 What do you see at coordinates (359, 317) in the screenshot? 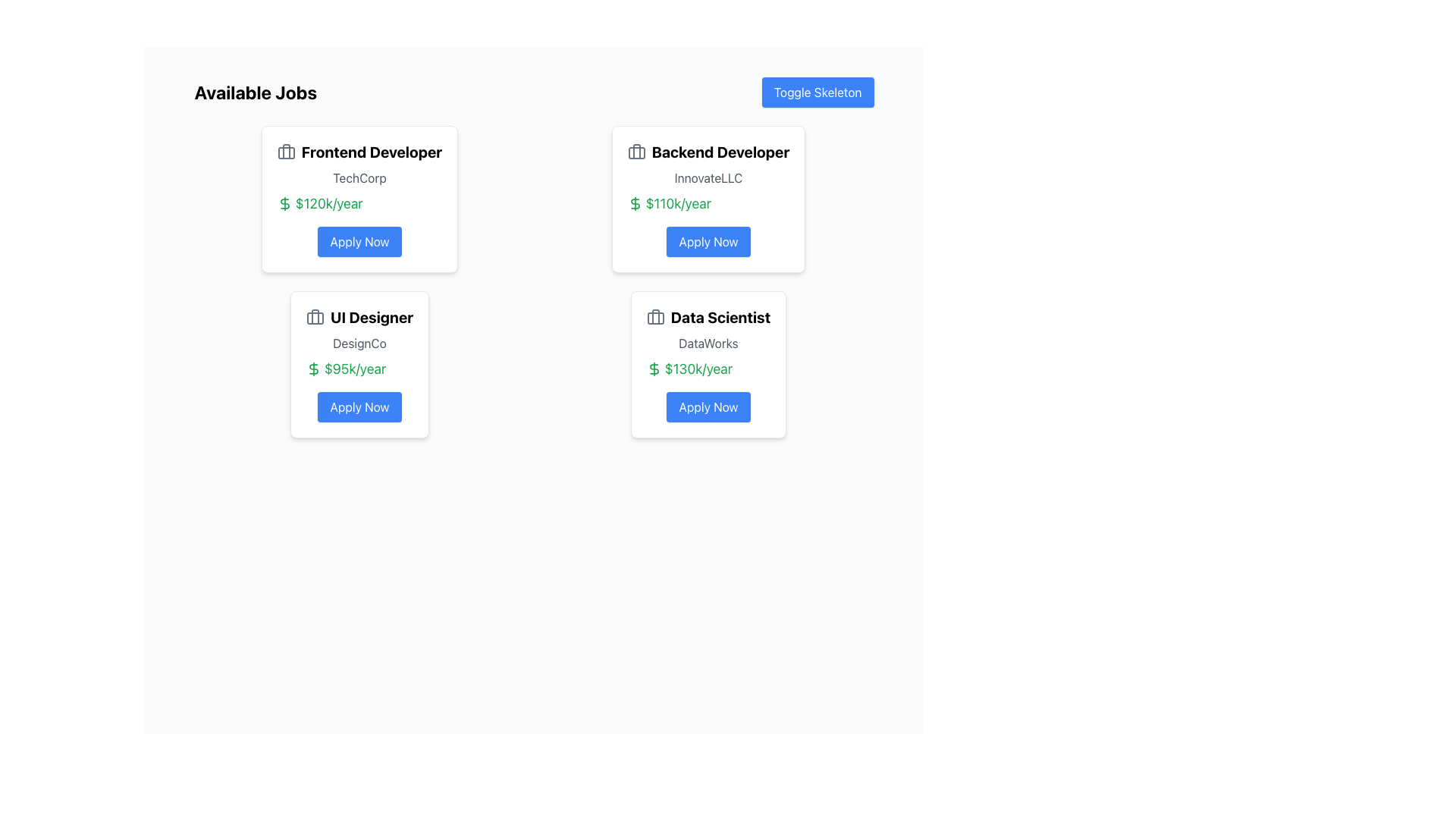
I see `the text label displaying the job title 'UI Designer' which is located in the second card of the job listings grid, specifically in the first row of the bottom row of cards` at bounding box center [359, 317].